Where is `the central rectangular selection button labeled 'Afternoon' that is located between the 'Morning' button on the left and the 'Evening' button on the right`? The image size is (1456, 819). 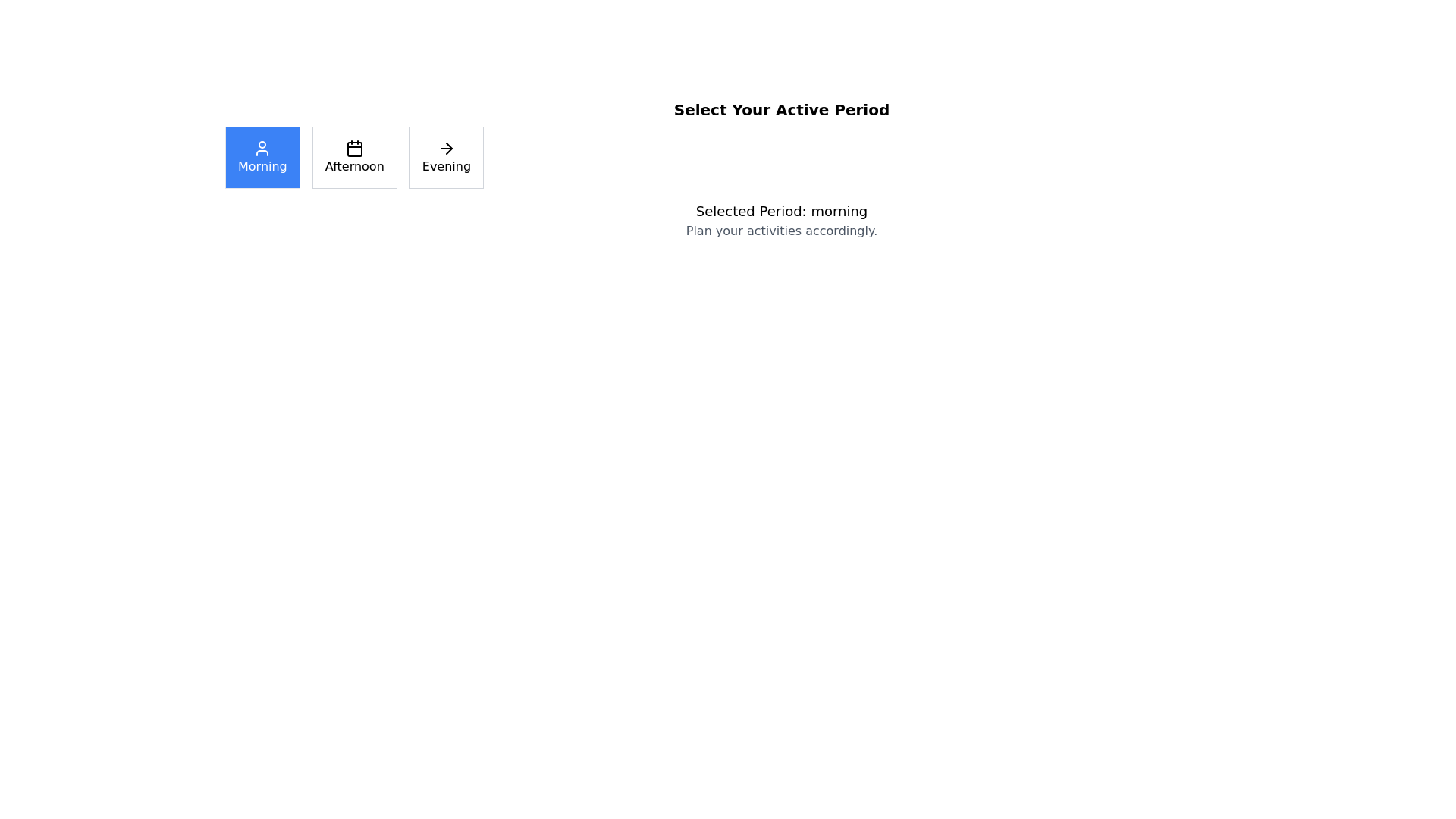
the central rectangular selection button labeled 'Afternoon' that is located between the 'Morning' button on the left and the 'Evening' button on the right is located at coordinates (353, 158).